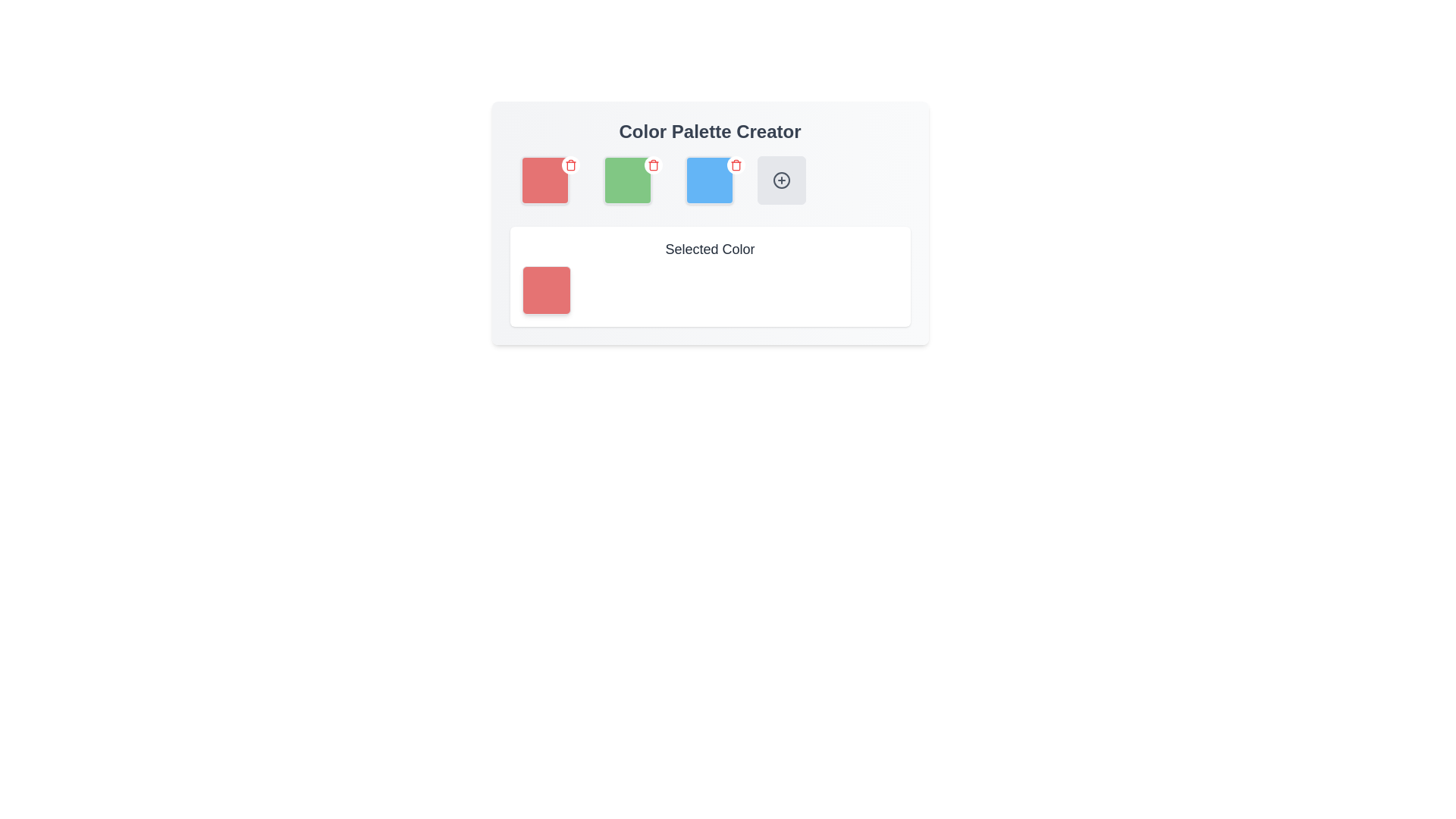 The height and width of the screenshot is (819, 1456). Describe the element at coordinates (544, 180) in the screenshot. I see `the first red color swatch button in the Color Palette Creator application` at that location.